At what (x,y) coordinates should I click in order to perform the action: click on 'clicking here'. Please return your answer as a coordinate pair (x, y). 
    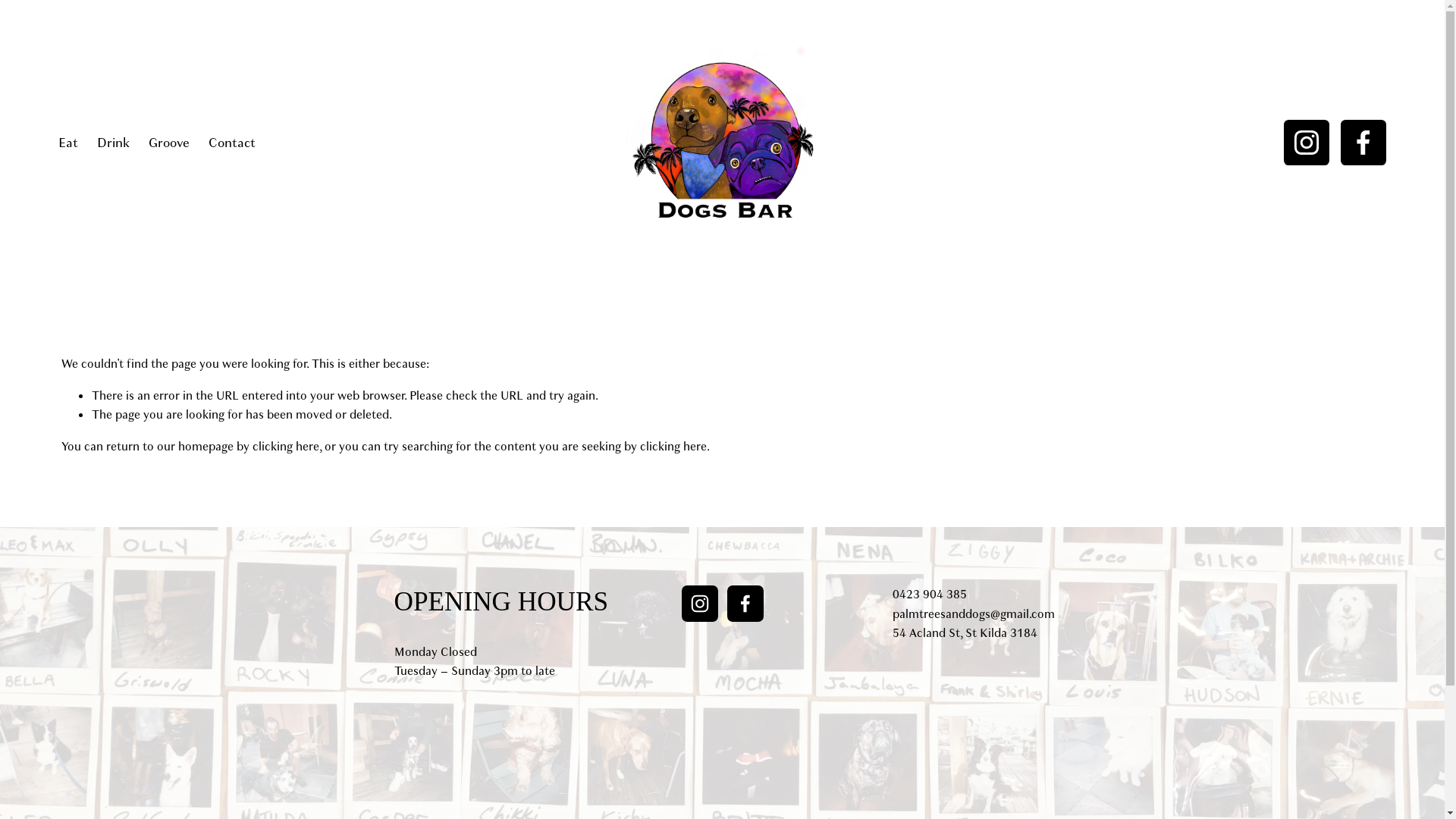
    Looking at the image, I should click on (673, 446).